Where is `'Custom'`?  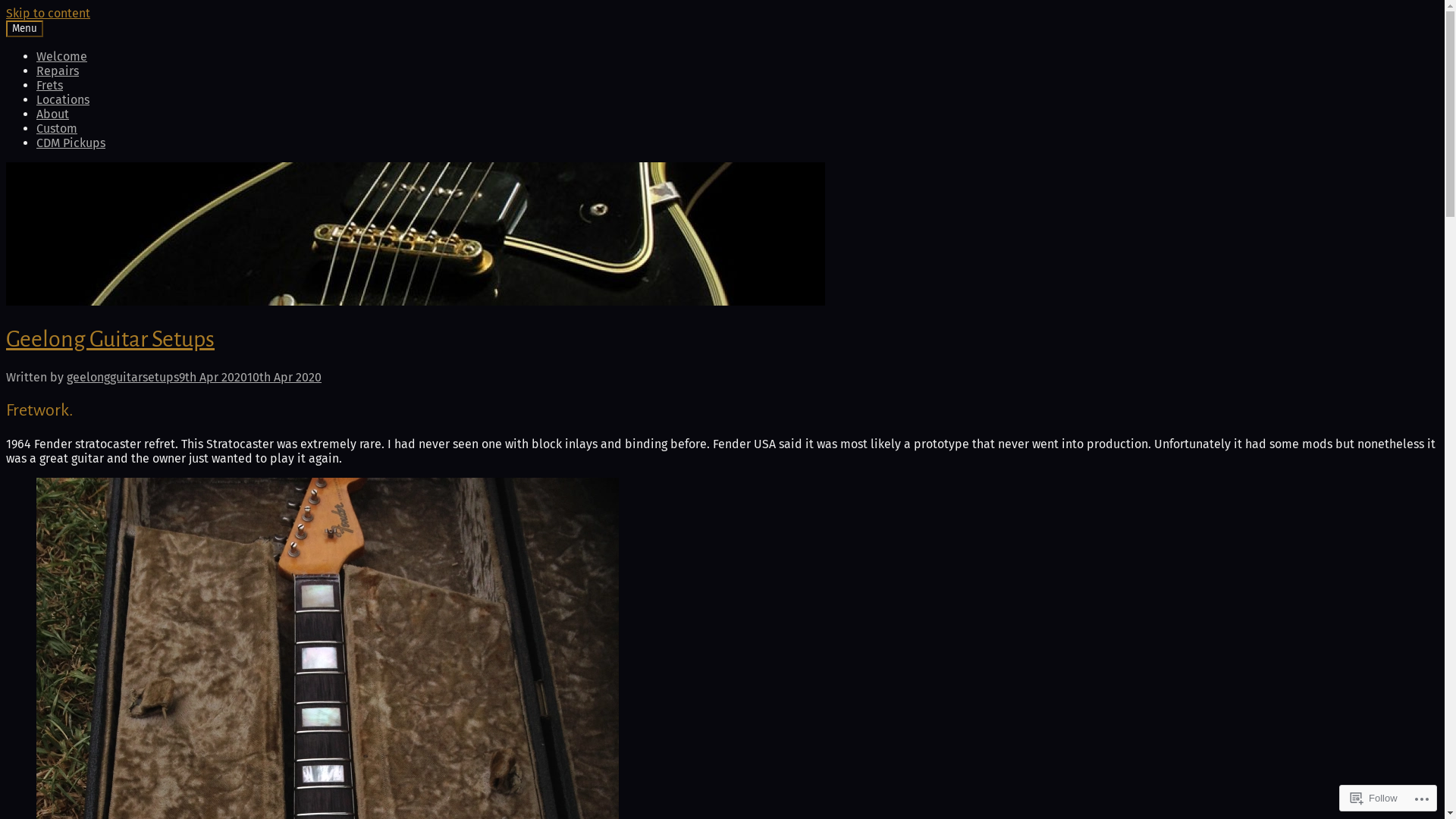 'Custom' is located at coordinates (57, 127).